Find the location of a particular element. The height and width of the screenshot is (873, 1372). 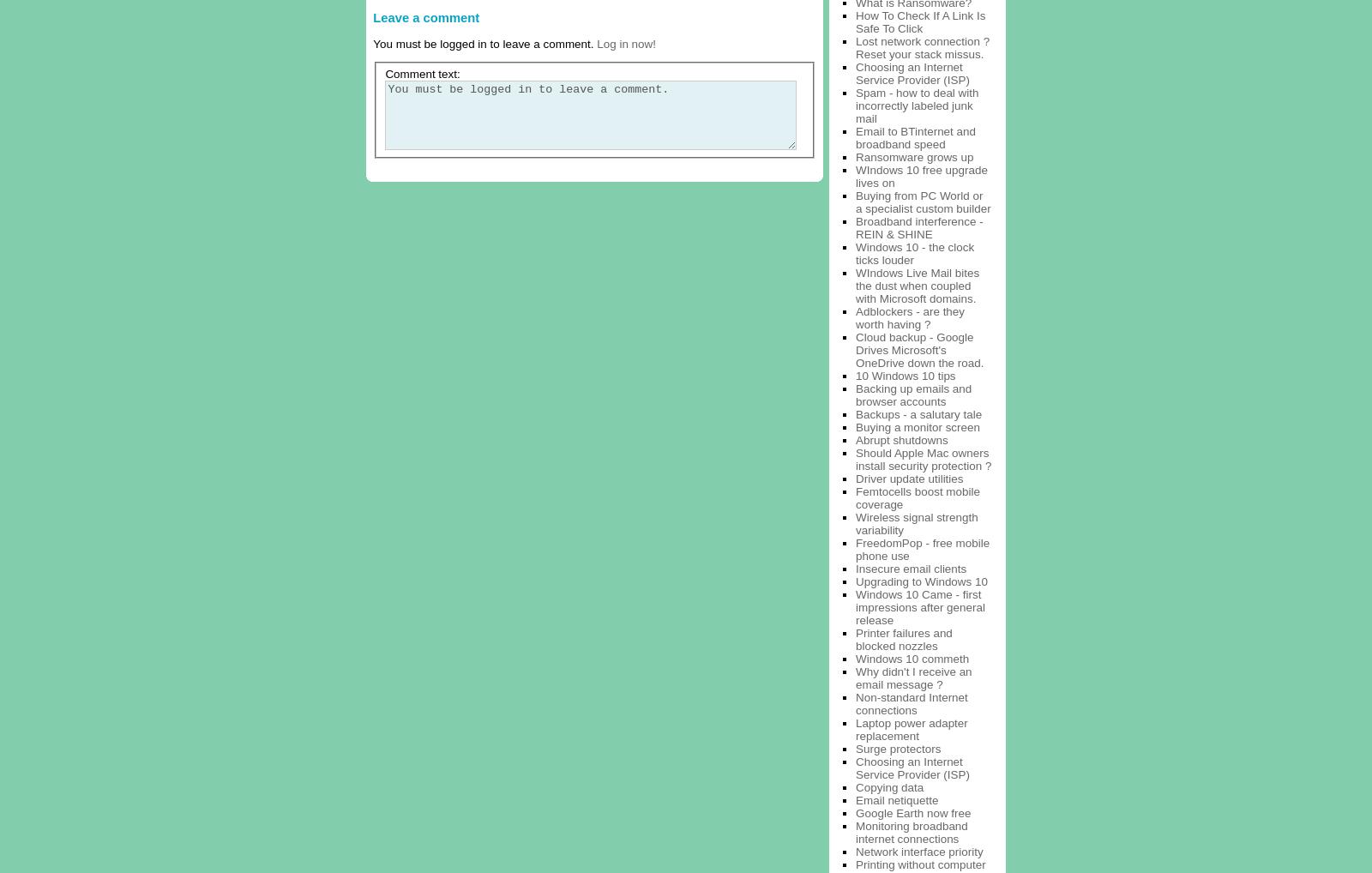

'Email to BTinternet and broadband speed' is located at coordinates (915, 137).